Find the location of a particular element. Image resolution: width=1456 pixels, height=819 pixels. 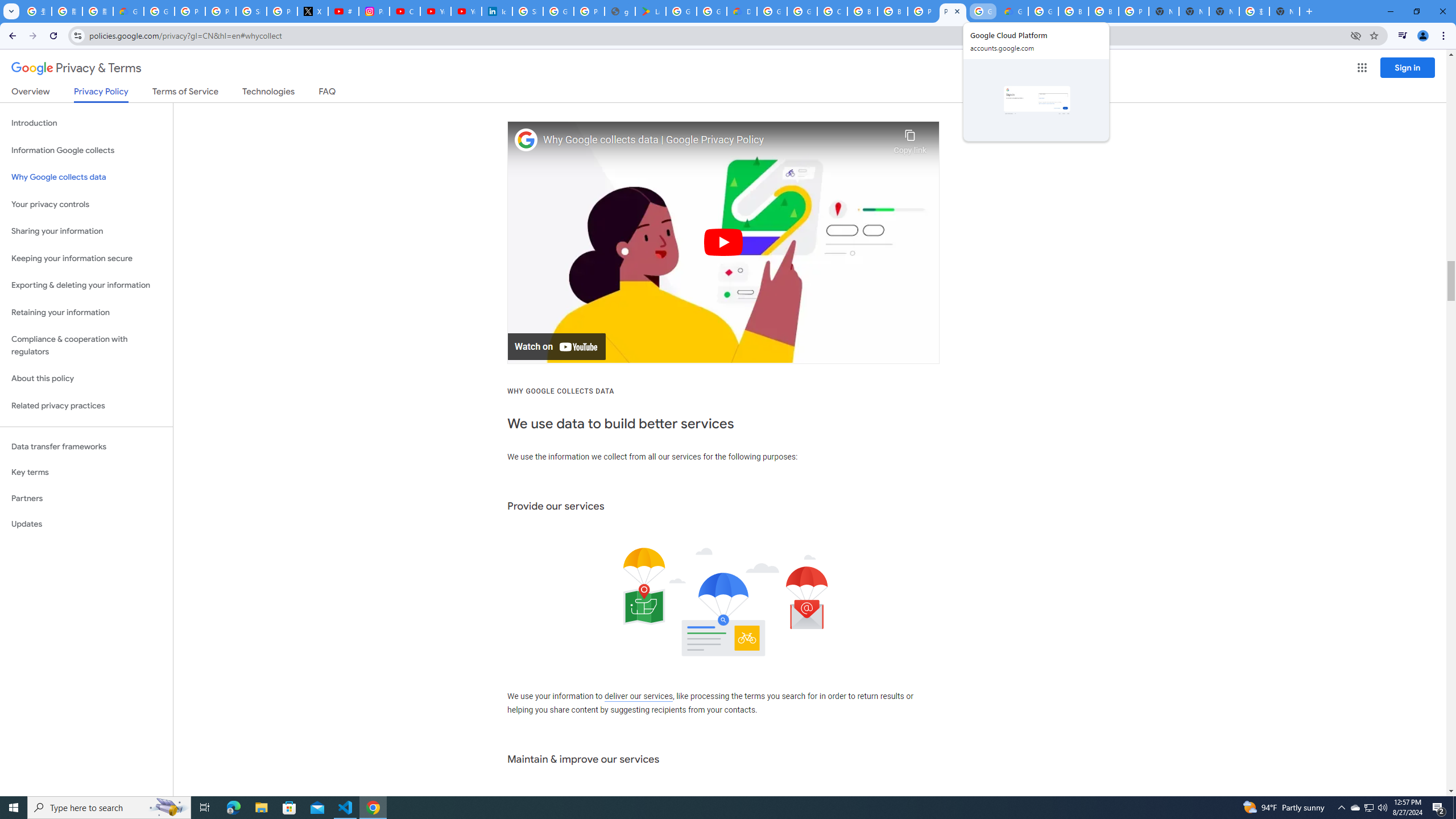

'Terms of Service' is located at coordinates (185, 93).